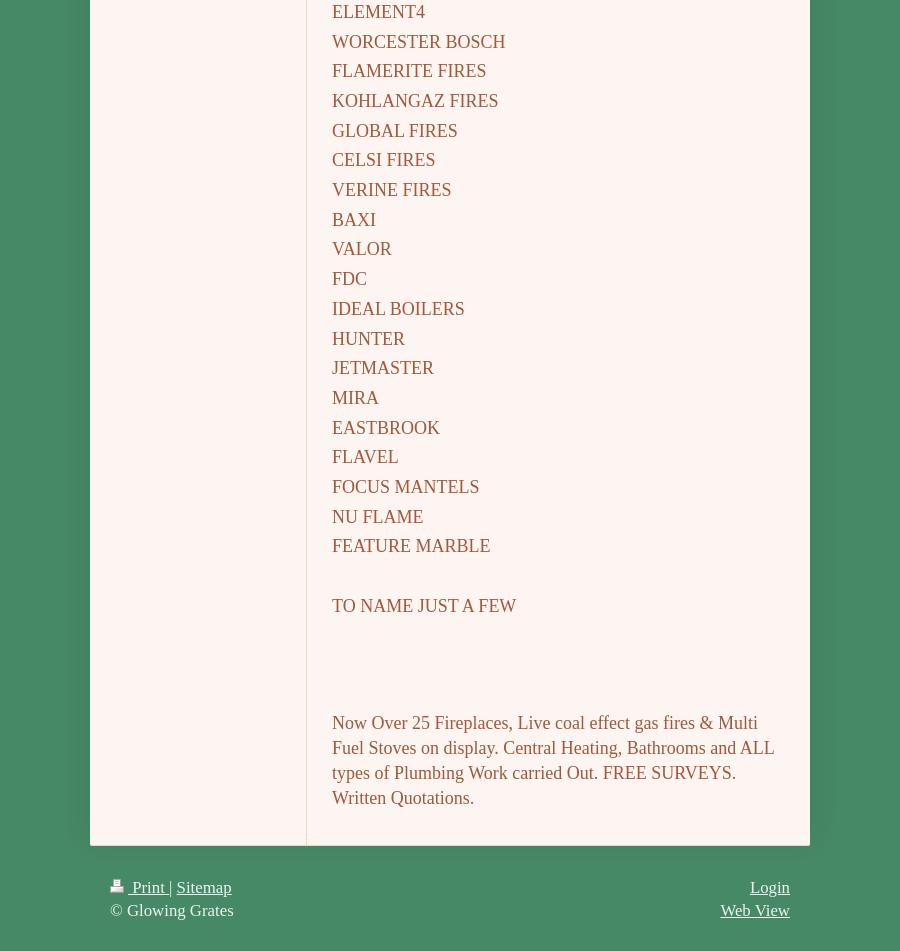 This screenshot has height=951, width=900. What do you see at coordinates (361, 248) in the screenshot?
I see `'VALOR'` at bounding box center [361, 248].